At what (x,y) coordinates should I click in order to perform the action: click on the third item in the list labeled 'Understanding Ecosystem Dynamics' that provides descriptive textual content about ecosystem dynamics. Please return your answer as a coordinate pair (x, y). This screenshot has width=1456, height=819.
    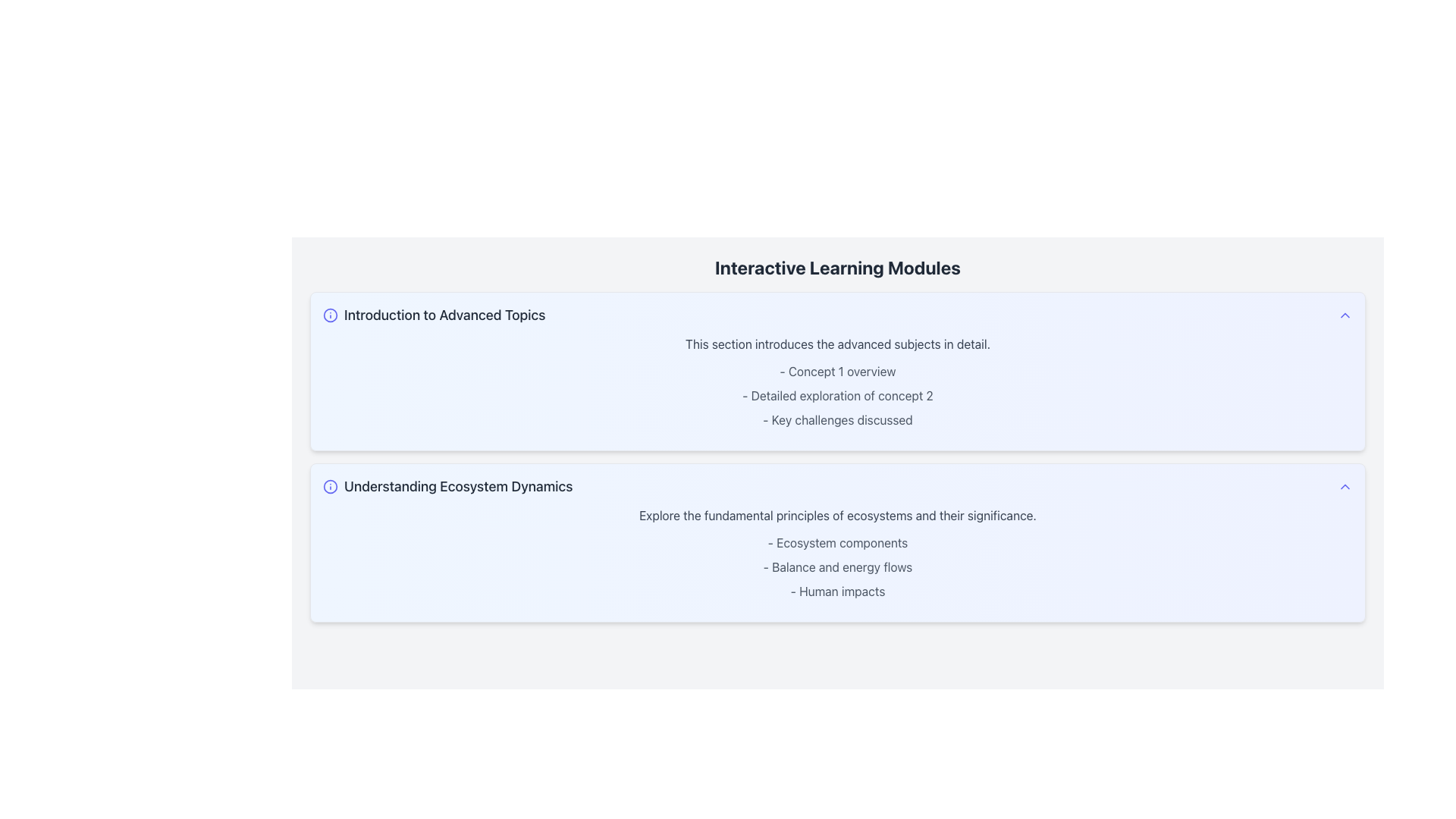
    Looking at the image, I should click on (836, 590).